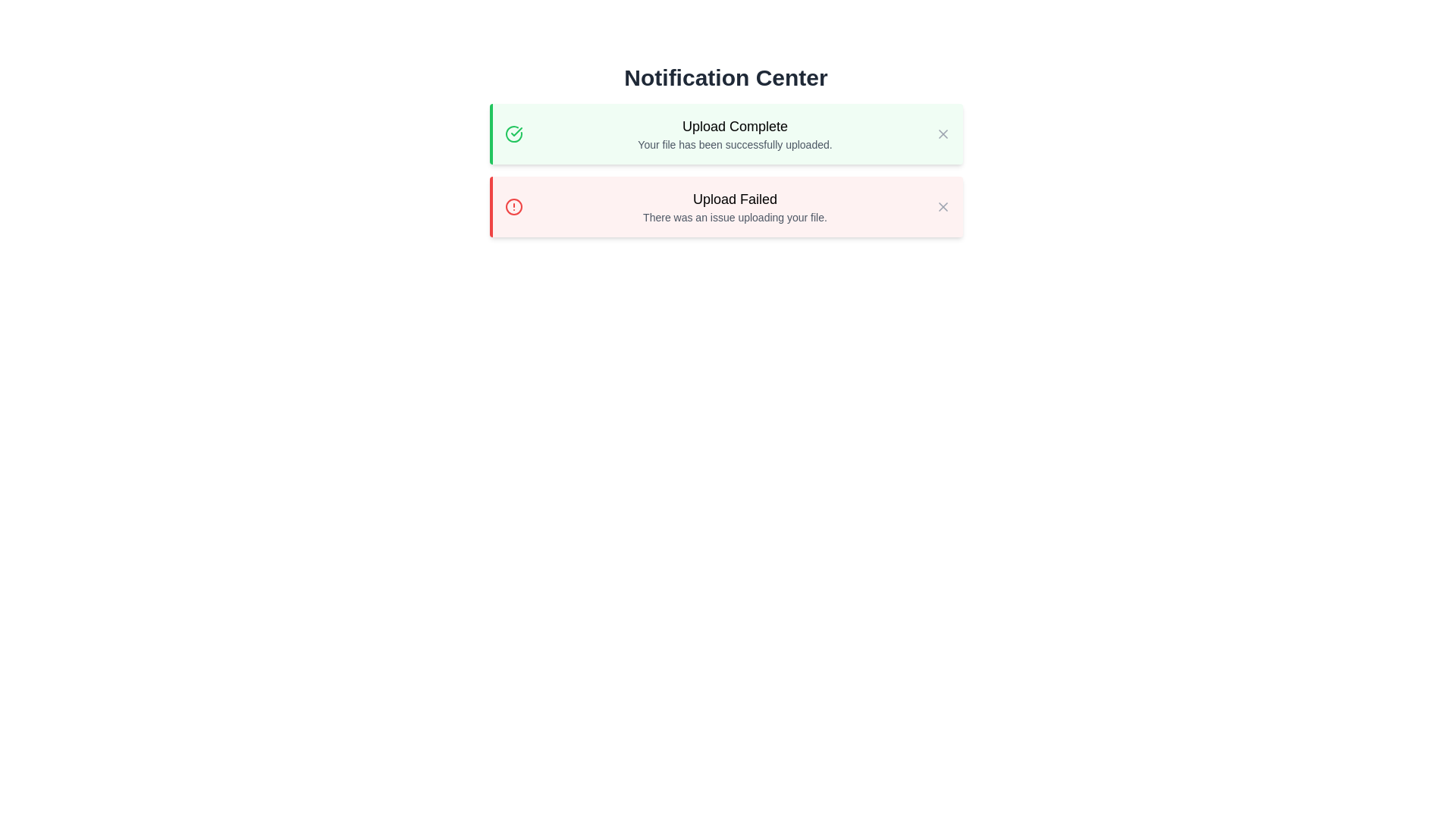 This screenshot has height=819, width=1456. I want to click on the Close button in the top-right corner of the 'Upload Failed' notification, so click(942, 207).